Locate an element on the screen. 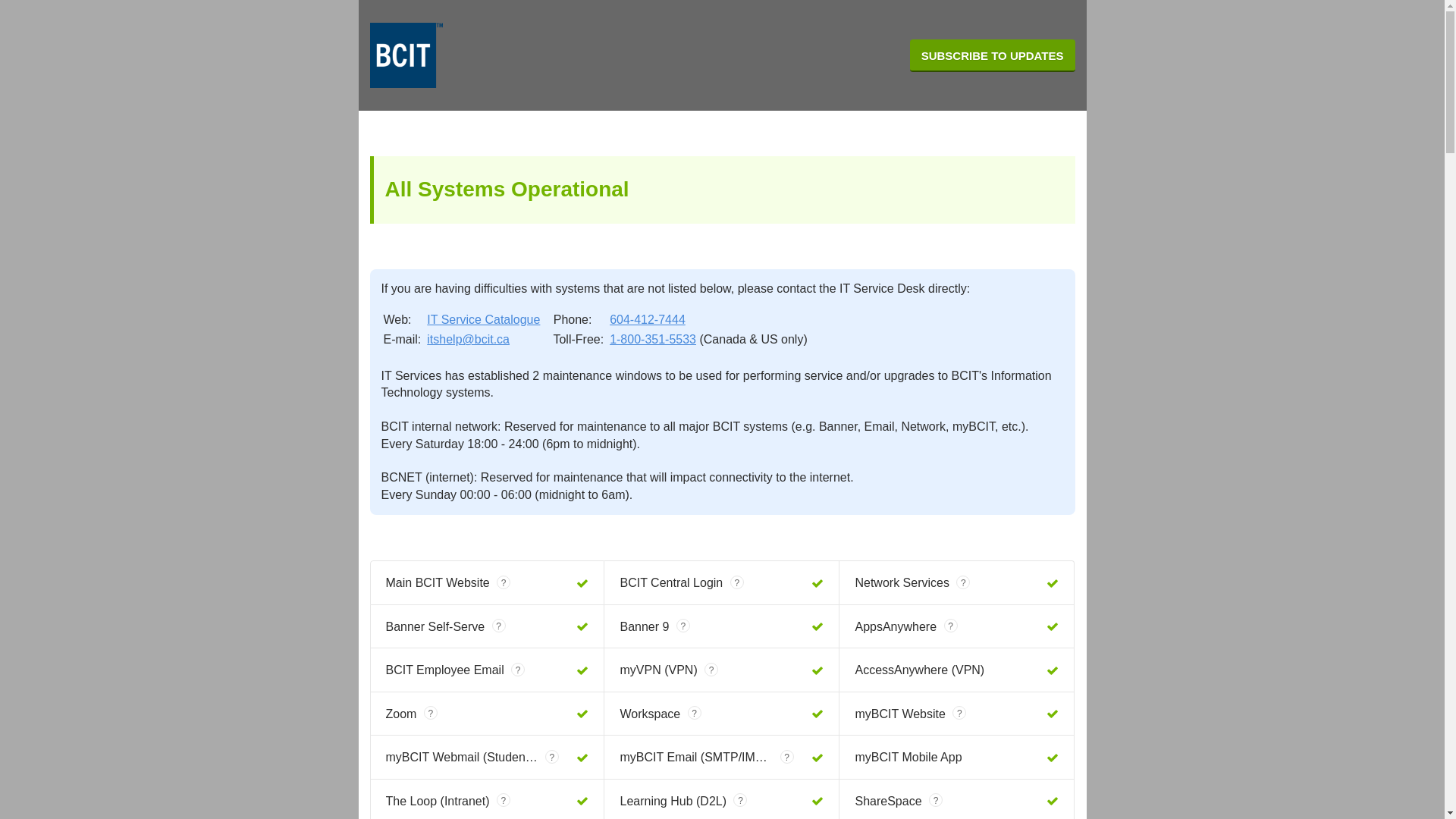 The height and width of the screenshot is (819, 1456). '604-412-7444' is located at coordinates (648, 318).